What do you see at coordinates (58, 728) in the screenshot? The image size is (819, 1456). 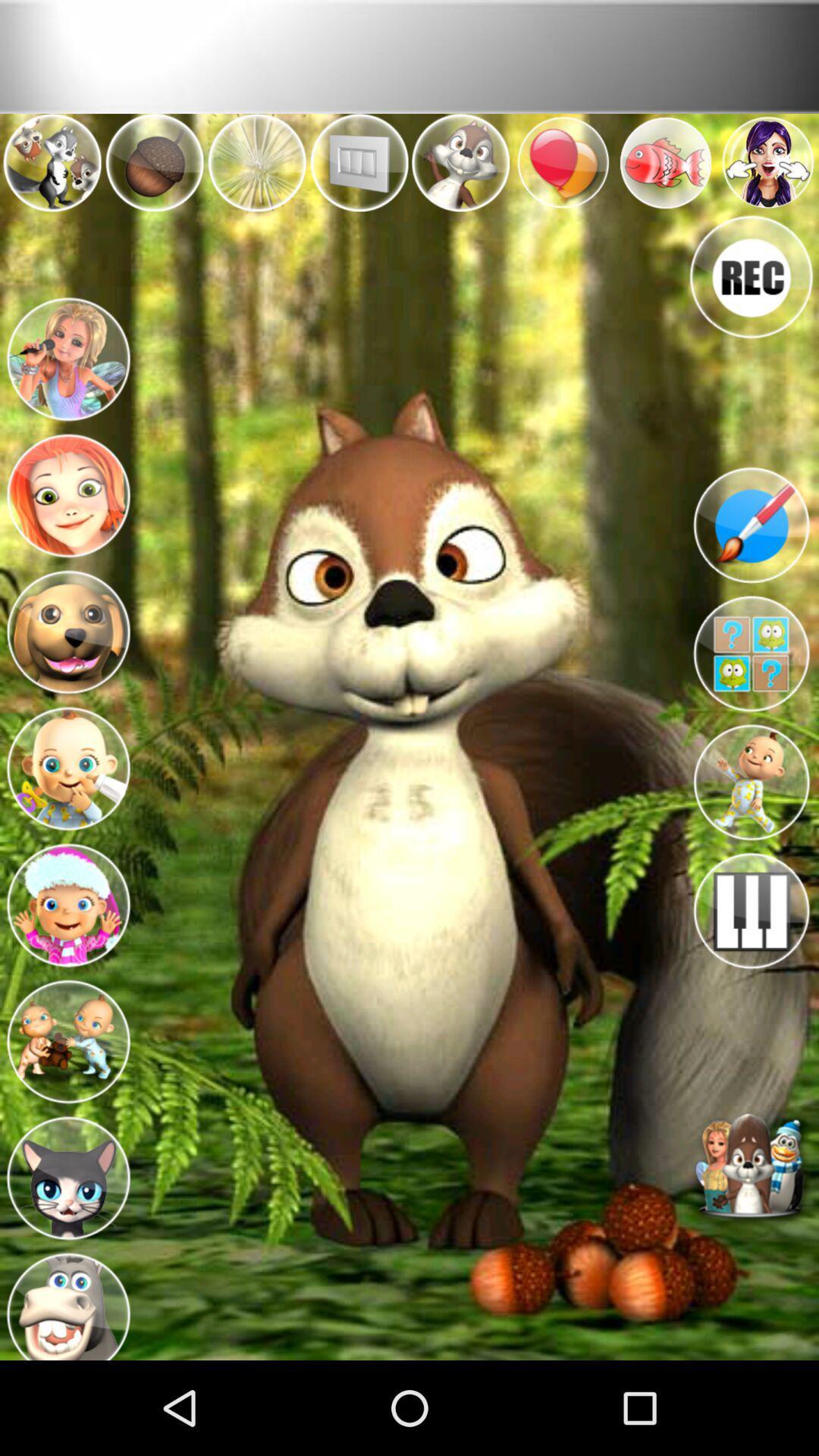 I see `the menu icon` at bounding box center [58, 728].